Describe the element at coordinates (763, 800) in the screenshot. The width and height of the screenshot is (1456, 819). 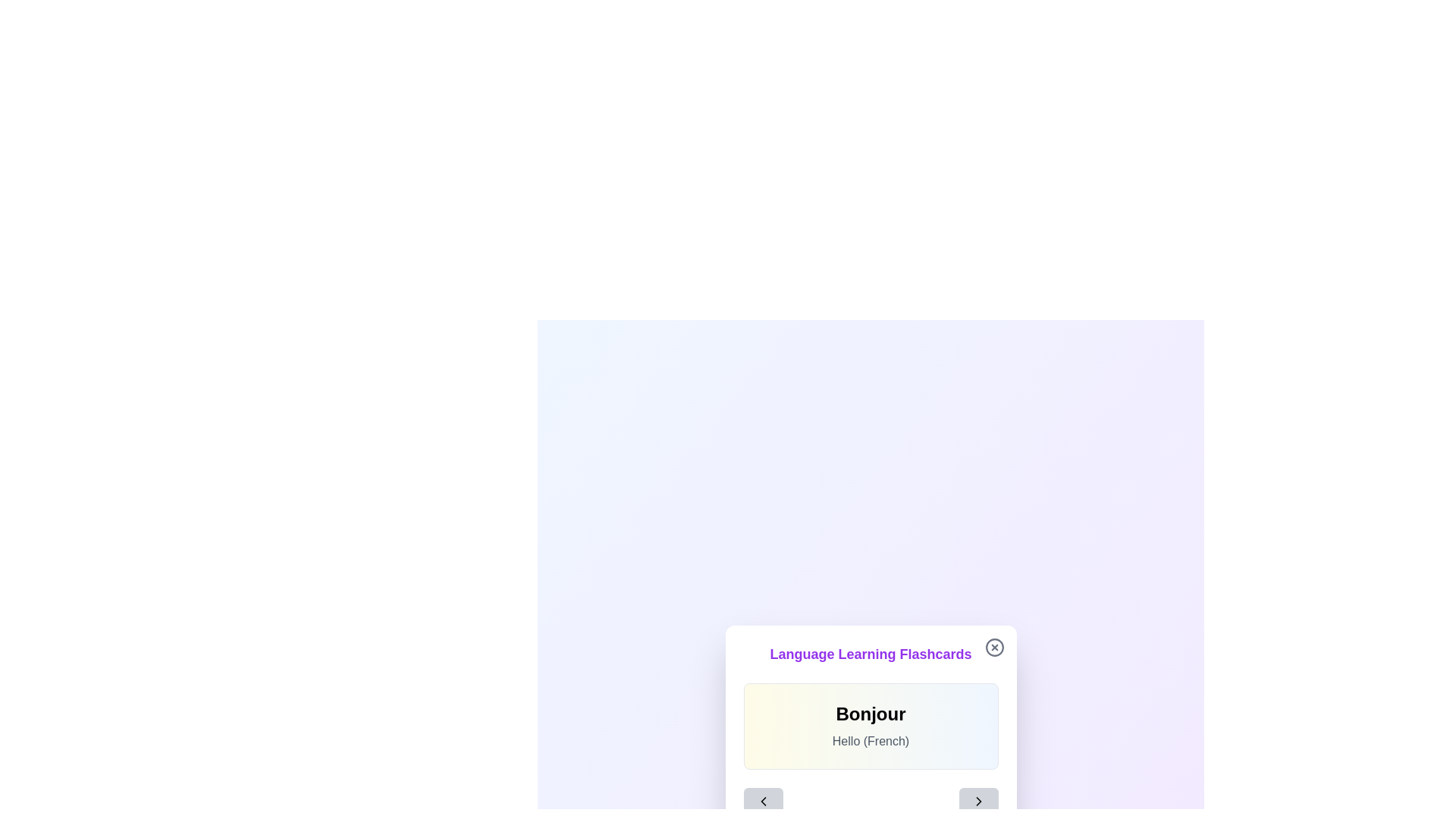
I see `the button for navigating to the previous card in the 'Language Learning Flashcards' section` at that location.